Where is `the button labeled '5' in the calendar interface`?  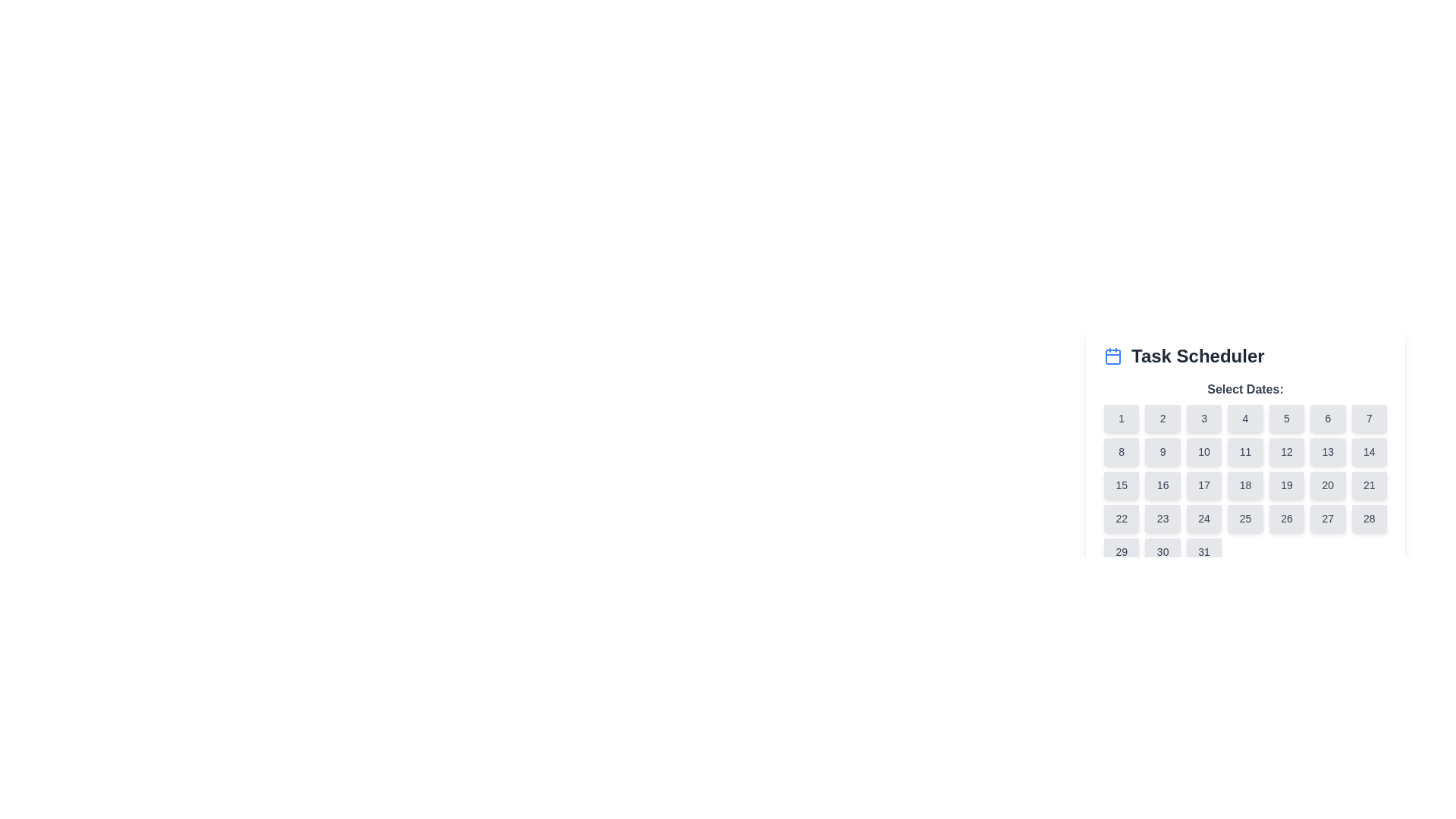 the button labeled '5' in the calendar interface is located at coordinates (1285, 418).